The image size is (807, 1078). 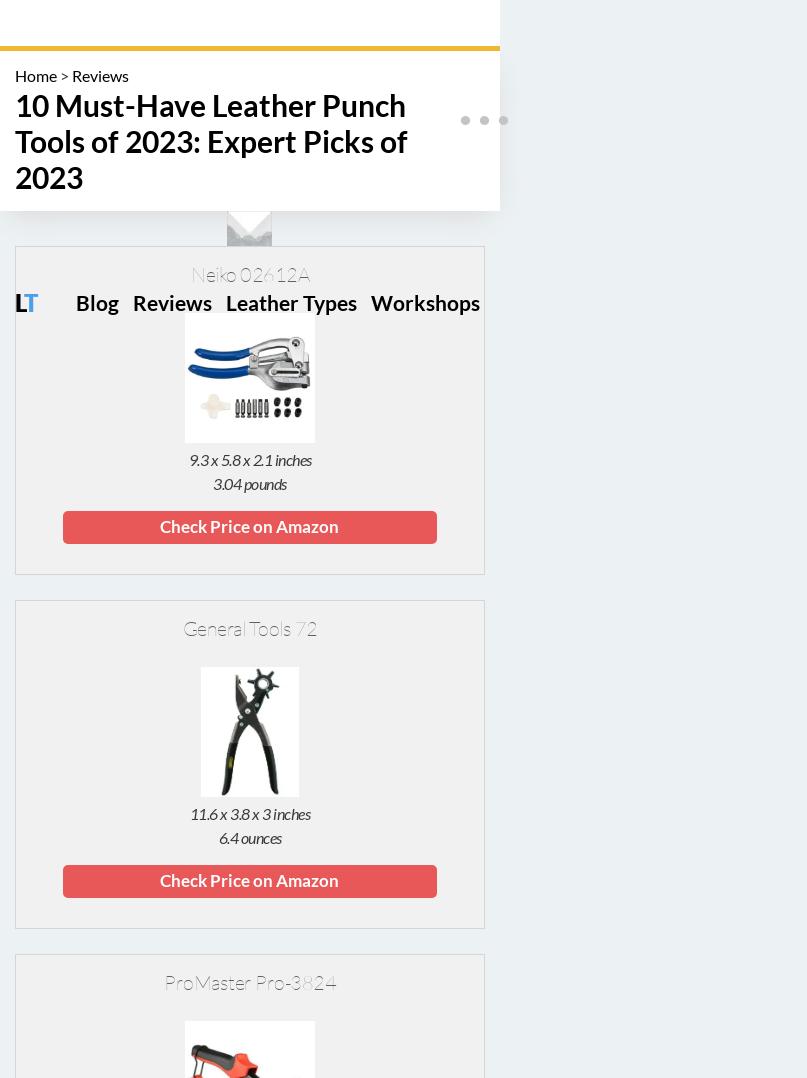 I want to click on '10 Must-Have Leather Punch Tools of 2023: Expert Picks of 2023', so click(x=211, y=141).